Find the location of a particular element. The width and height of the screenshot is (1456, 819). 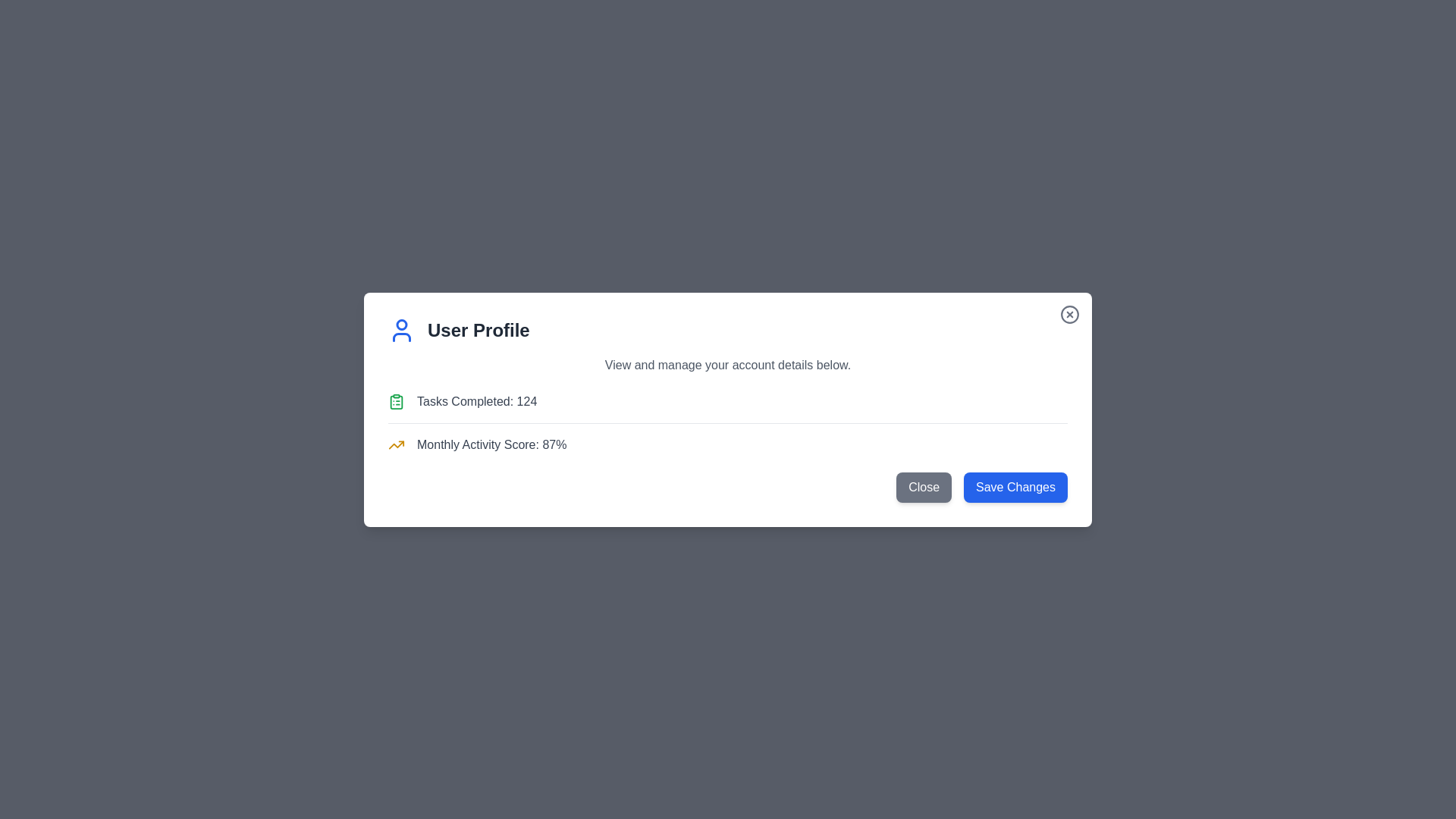

the green clipboard icon located to the left of the text 'Tasks Completed: 124' in the user profile interface is located at coordinates (397, 400).